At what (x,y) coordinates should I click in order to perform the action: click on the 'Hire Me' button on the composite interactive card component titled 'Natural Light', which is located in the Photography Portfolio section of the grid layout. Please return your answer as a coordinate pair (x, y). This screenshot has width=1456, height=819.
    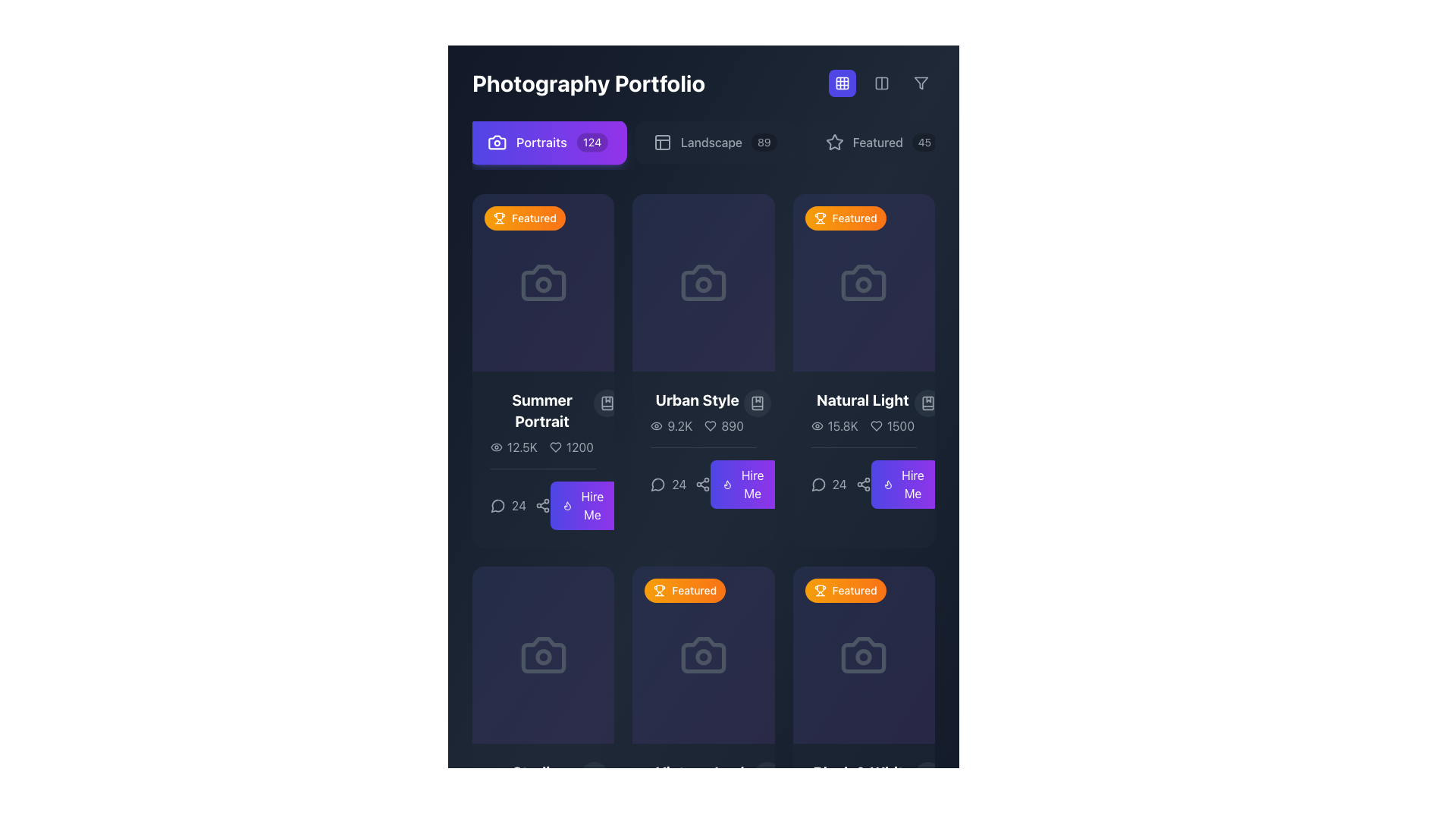
    Looking at the image, I should click on (864, 448).